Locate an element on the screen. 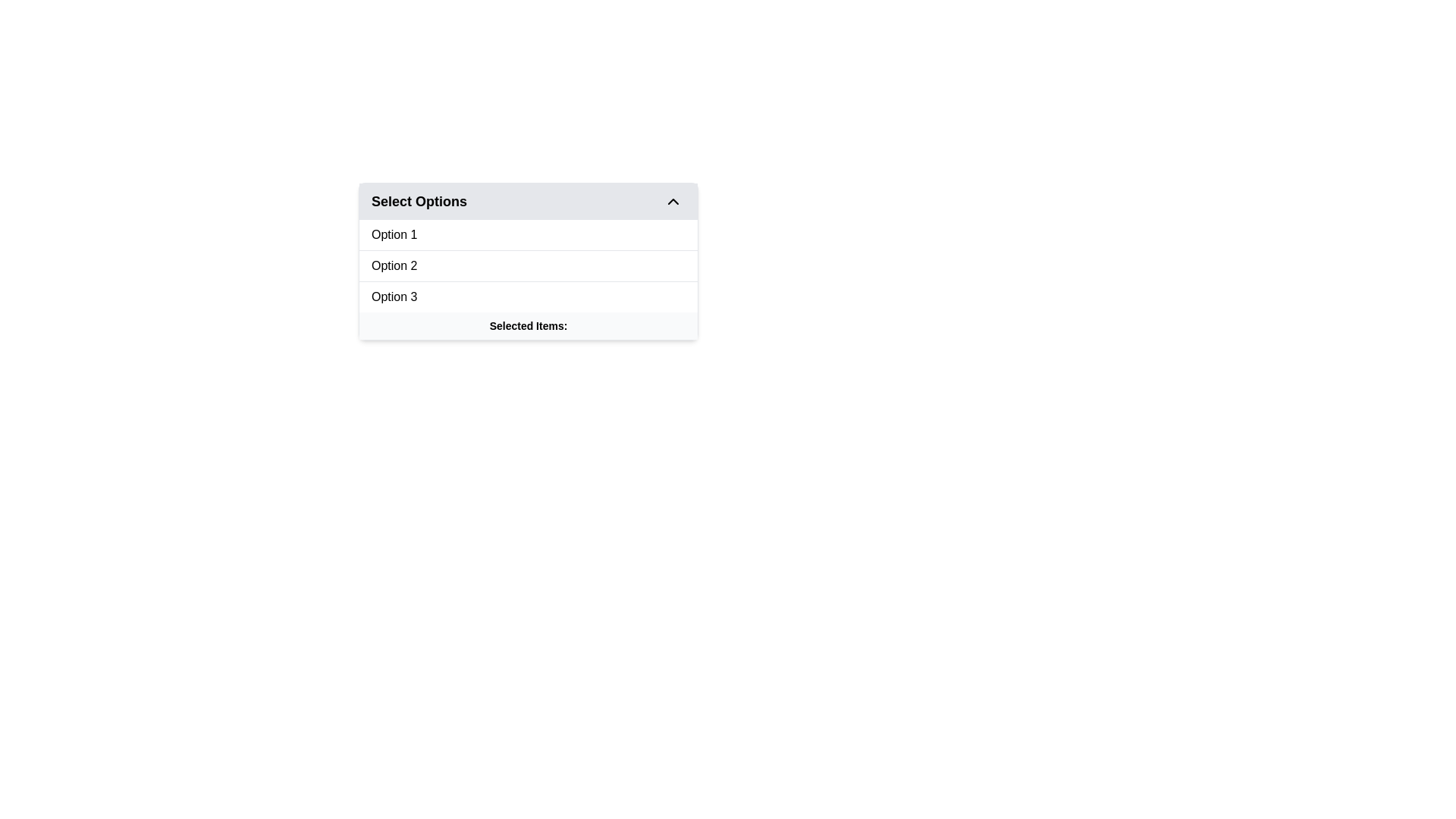 The width and height of the screenshot is (1456, 819). the second option ('Option 2') in the vertical list of three options is located at coordinates (528, 265).